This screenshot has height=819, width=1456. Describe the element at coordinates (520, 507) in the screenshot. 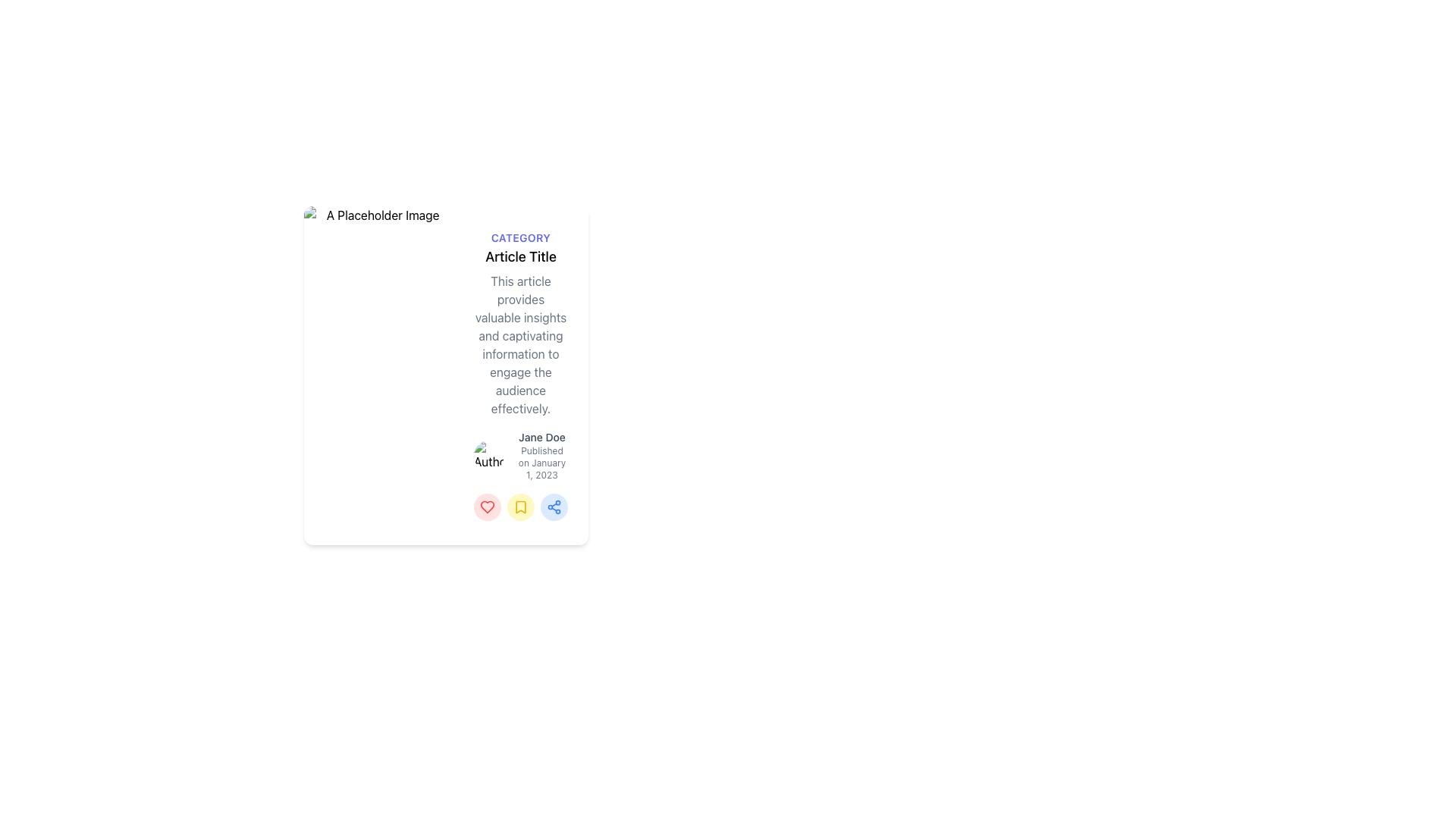

I see `the bookmark icon, which is the middle icon in a row of three icons at the bottom of a card layout` at that location.